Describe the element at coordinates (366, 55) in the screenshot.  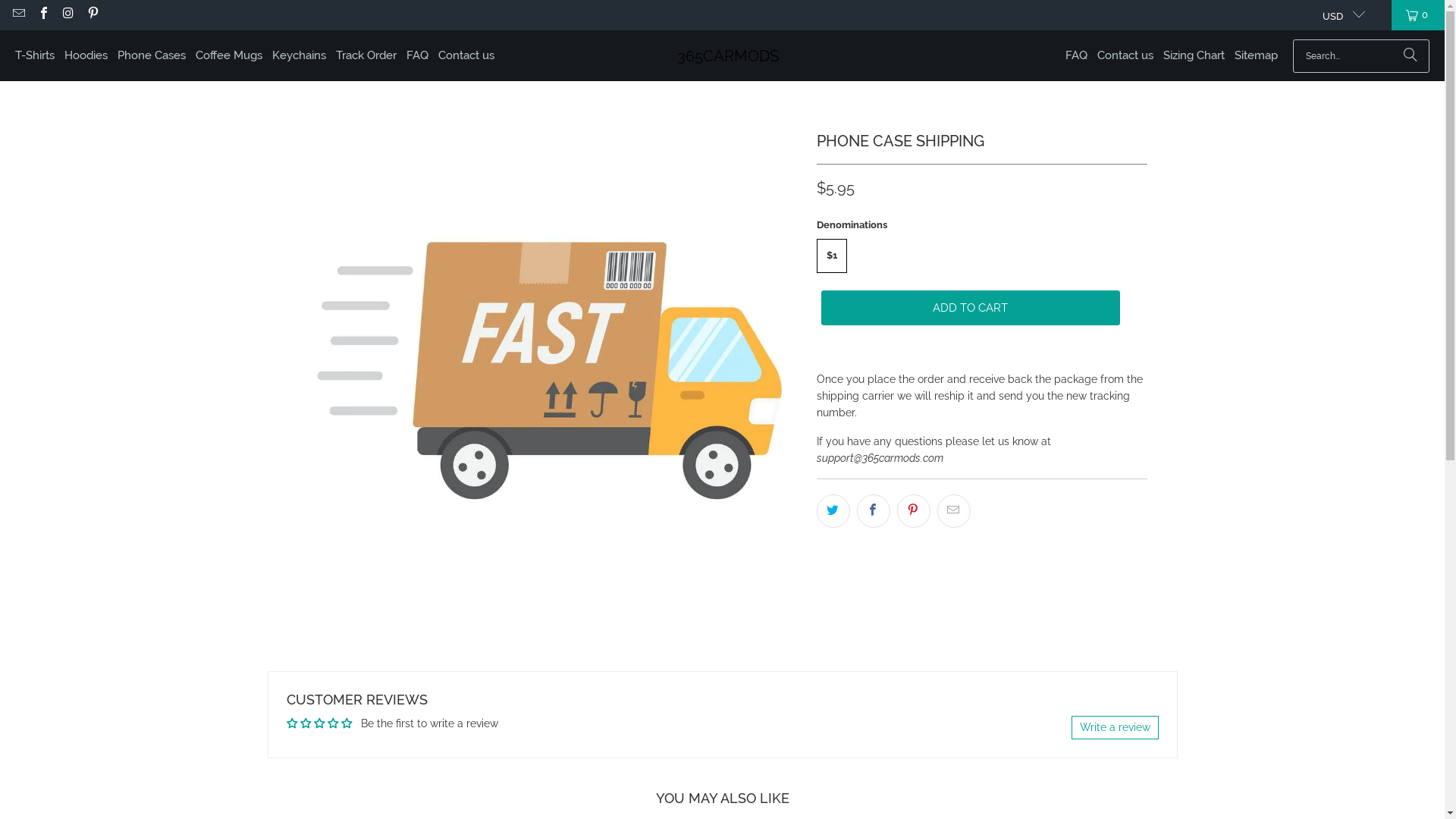
I see `'Track Order'` at that location.